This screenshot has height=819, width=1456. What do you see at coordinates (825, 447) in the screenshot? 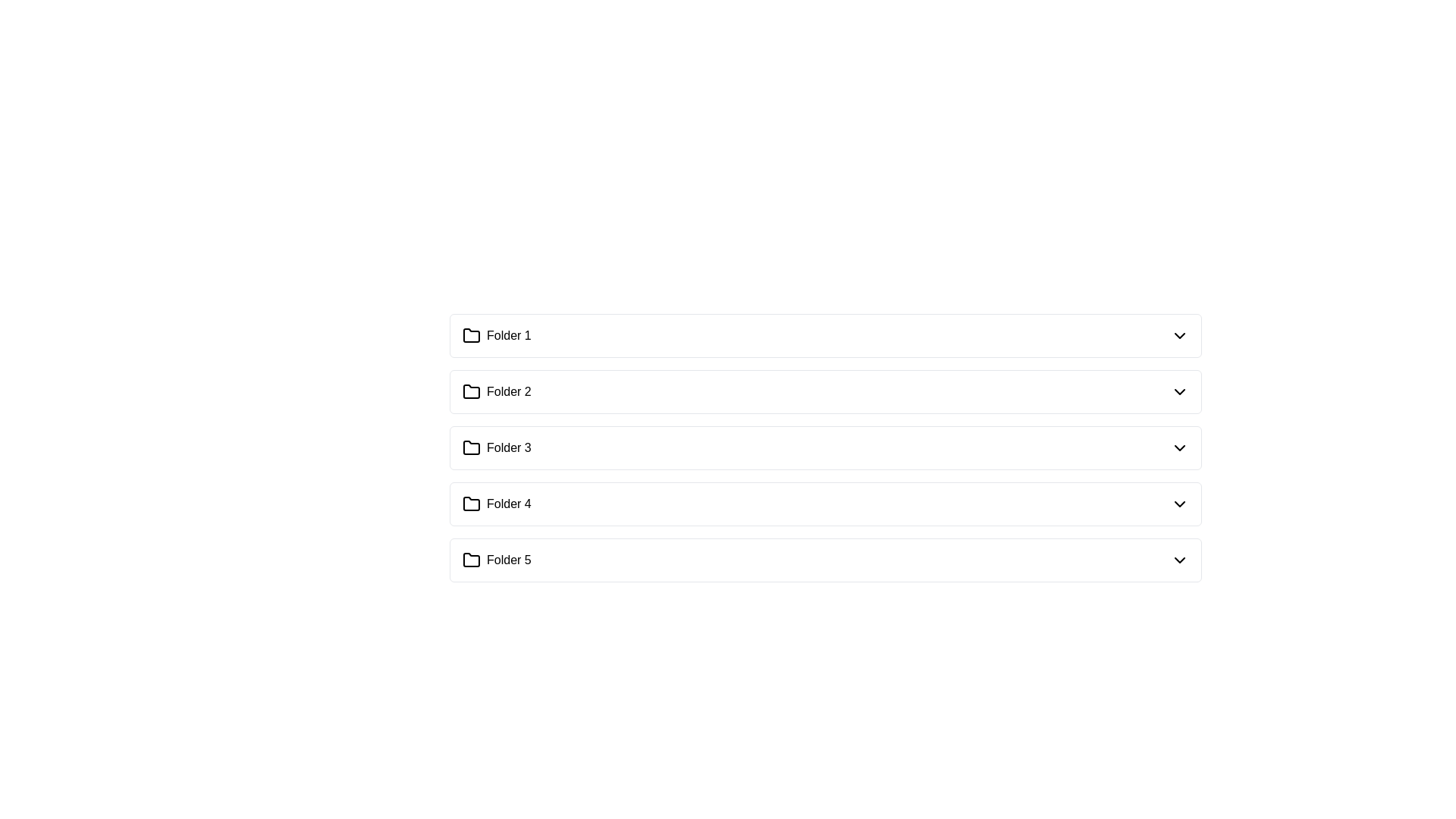
I see `the third item in the list of folders` at bounding box center [825, 447].